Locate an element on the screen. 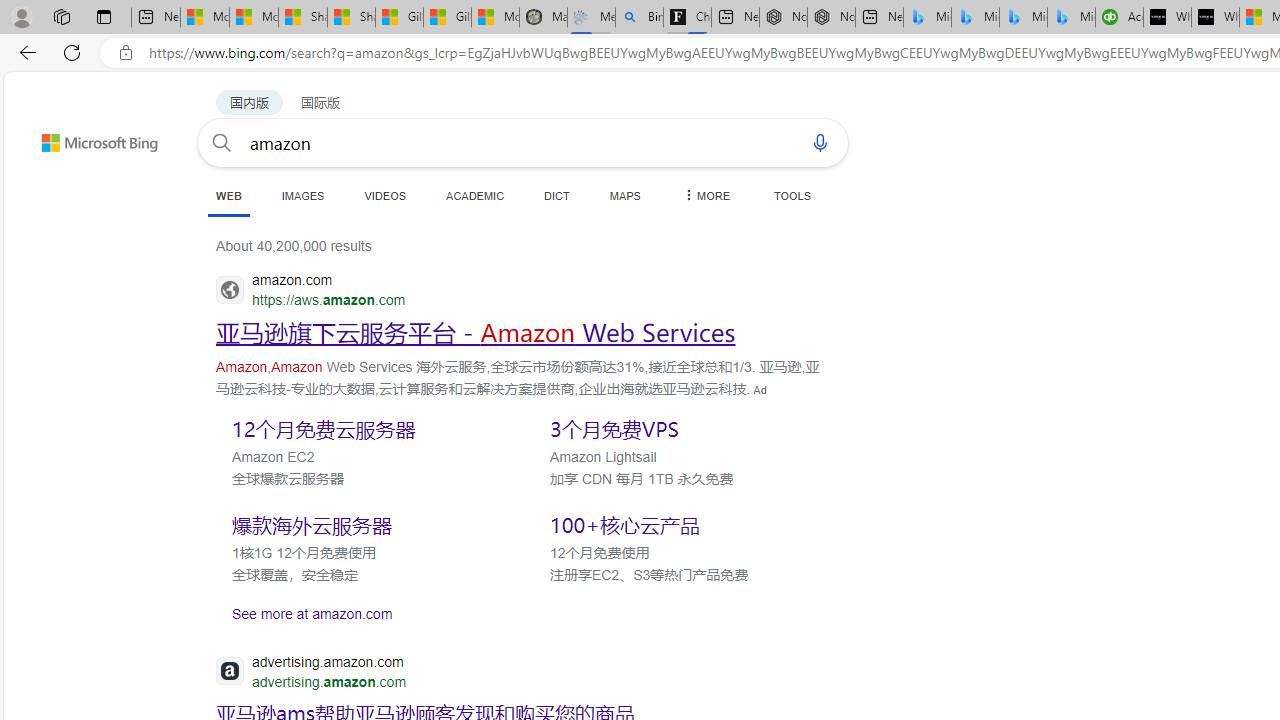 The image size is (1280, 720). 'MAPS' is located at coordinates (624, 195).